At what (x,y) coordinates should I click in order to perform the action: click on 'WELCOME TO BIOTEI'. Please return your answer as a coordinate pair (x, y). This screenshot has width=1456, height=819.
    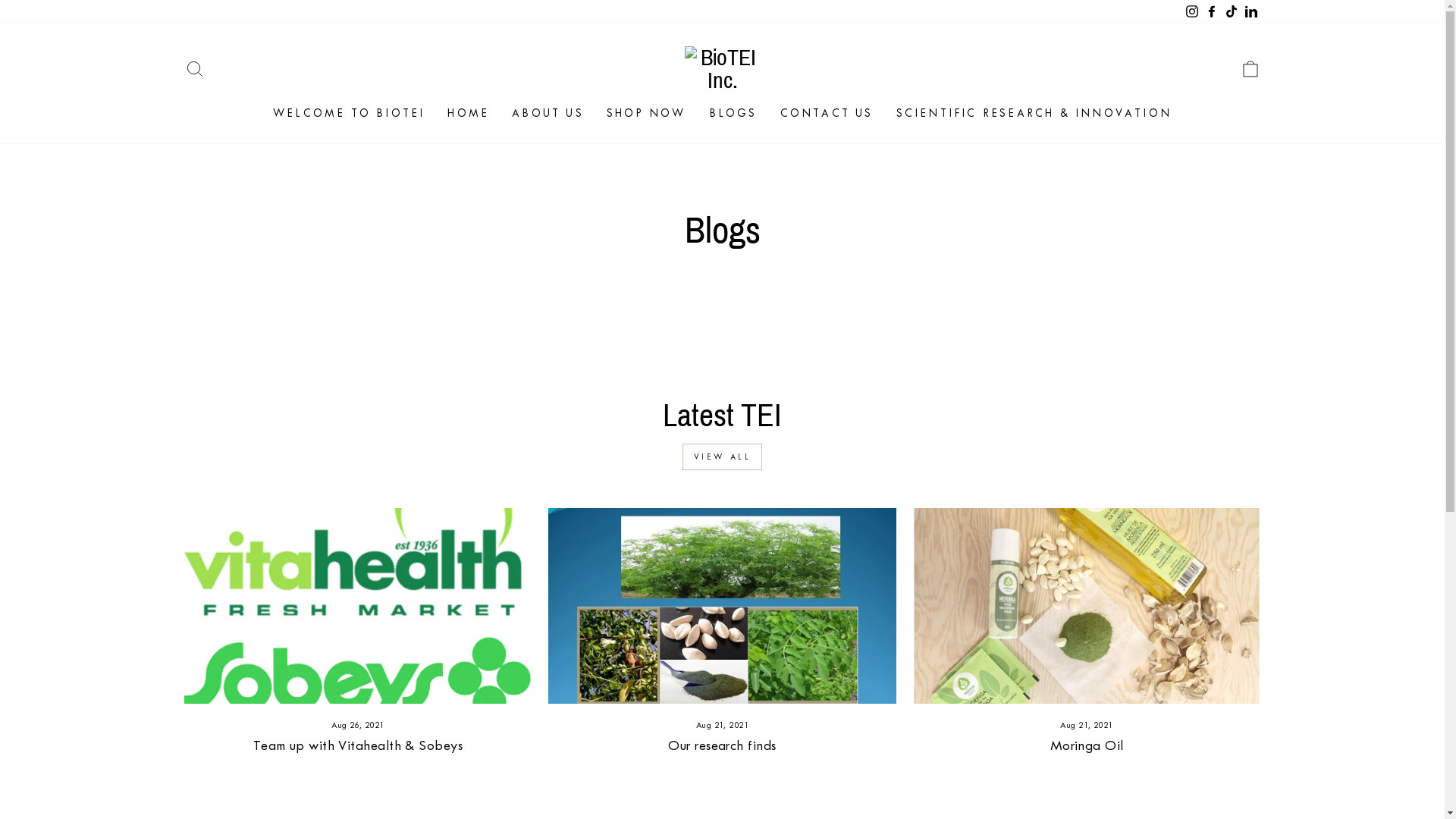
    Looking at the image, I should click on (262, 112).